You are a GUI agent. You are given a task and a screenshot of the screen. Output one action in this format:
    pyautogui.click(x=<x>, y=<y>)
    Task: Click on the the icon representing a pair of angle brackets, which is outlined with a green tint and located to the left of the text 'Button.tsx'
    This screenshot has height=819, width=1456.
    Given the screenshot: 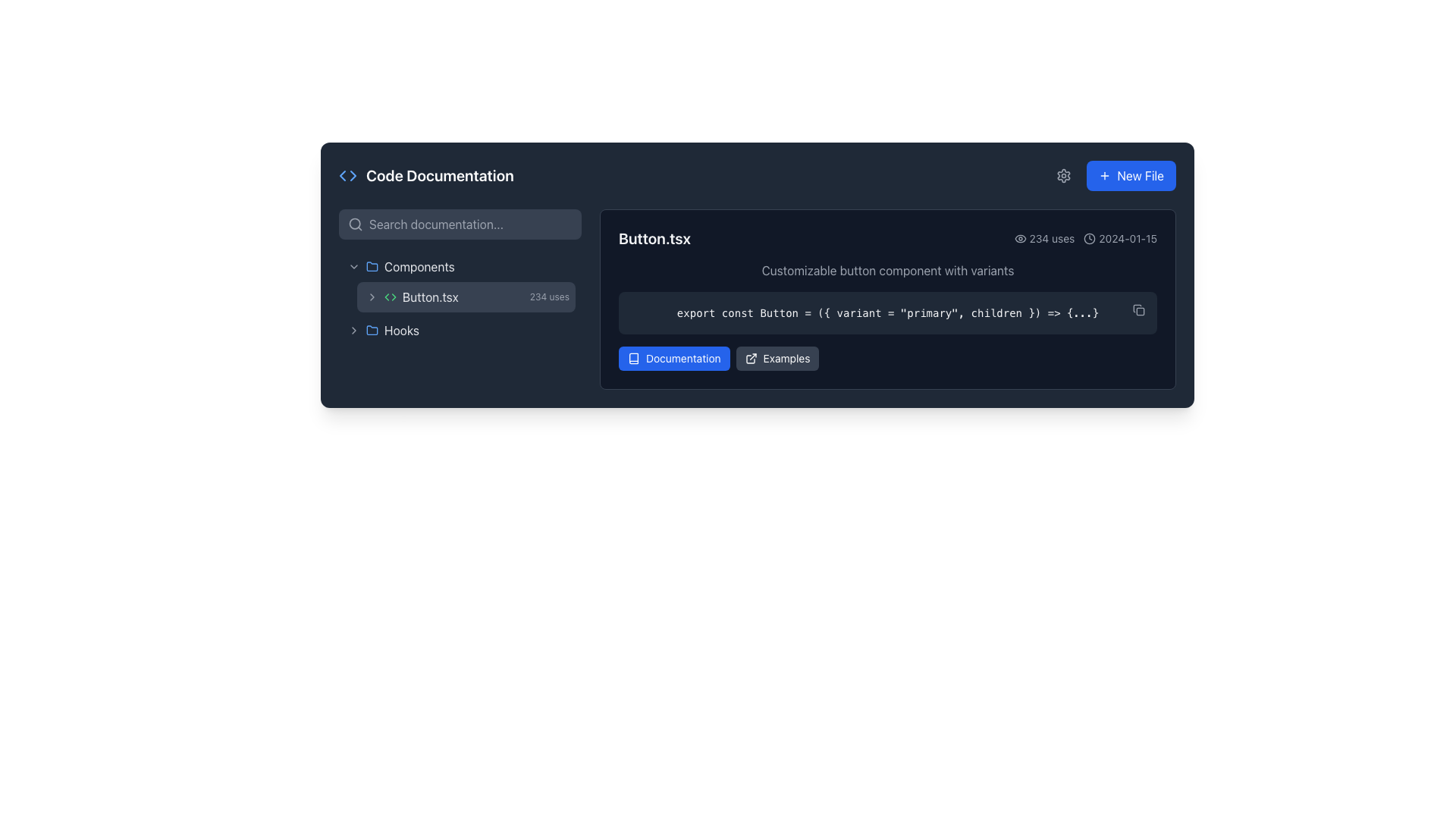 What is the action you would take?
    pyautogui.click(x=390, y=297)
    